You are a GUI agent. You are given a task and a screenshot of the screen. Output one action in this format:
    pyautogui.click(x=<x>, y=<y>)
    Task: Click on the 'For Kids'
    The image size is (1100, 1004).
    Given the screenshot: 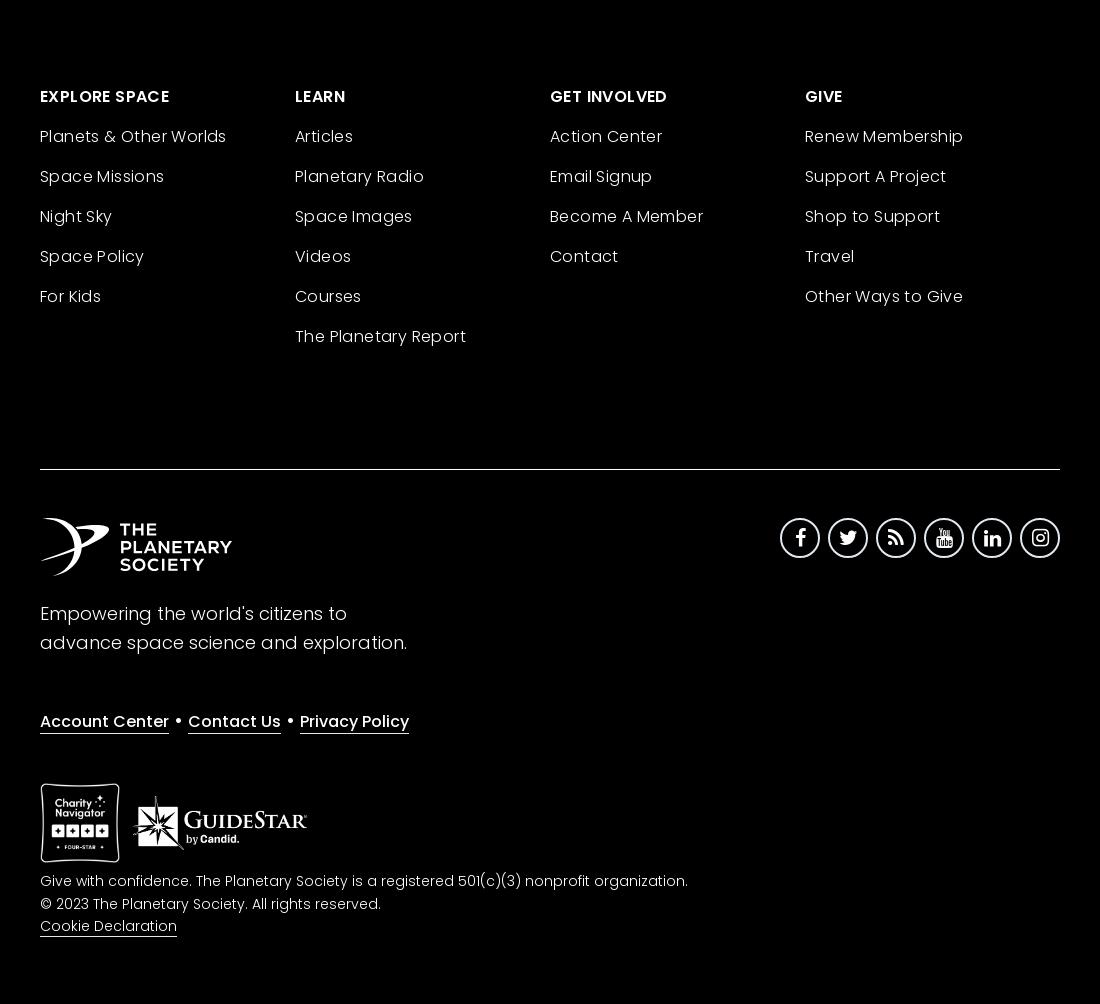 What is the action you would take?
    pyautogui.click(x=70, y=295)
    